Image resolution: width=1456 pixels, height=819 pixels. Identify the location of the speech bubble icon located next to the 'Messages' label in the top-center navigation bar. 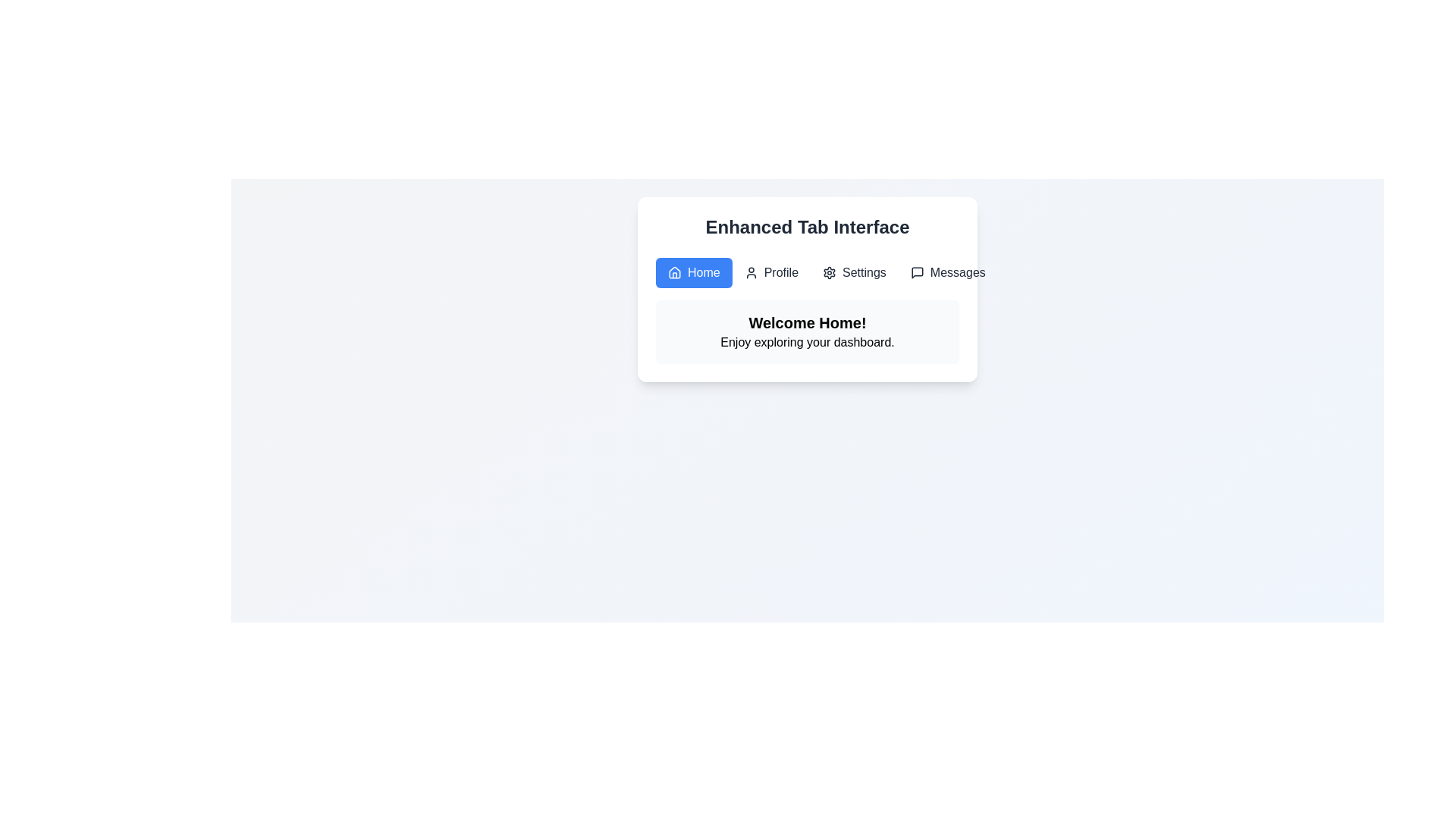
(916, 271).